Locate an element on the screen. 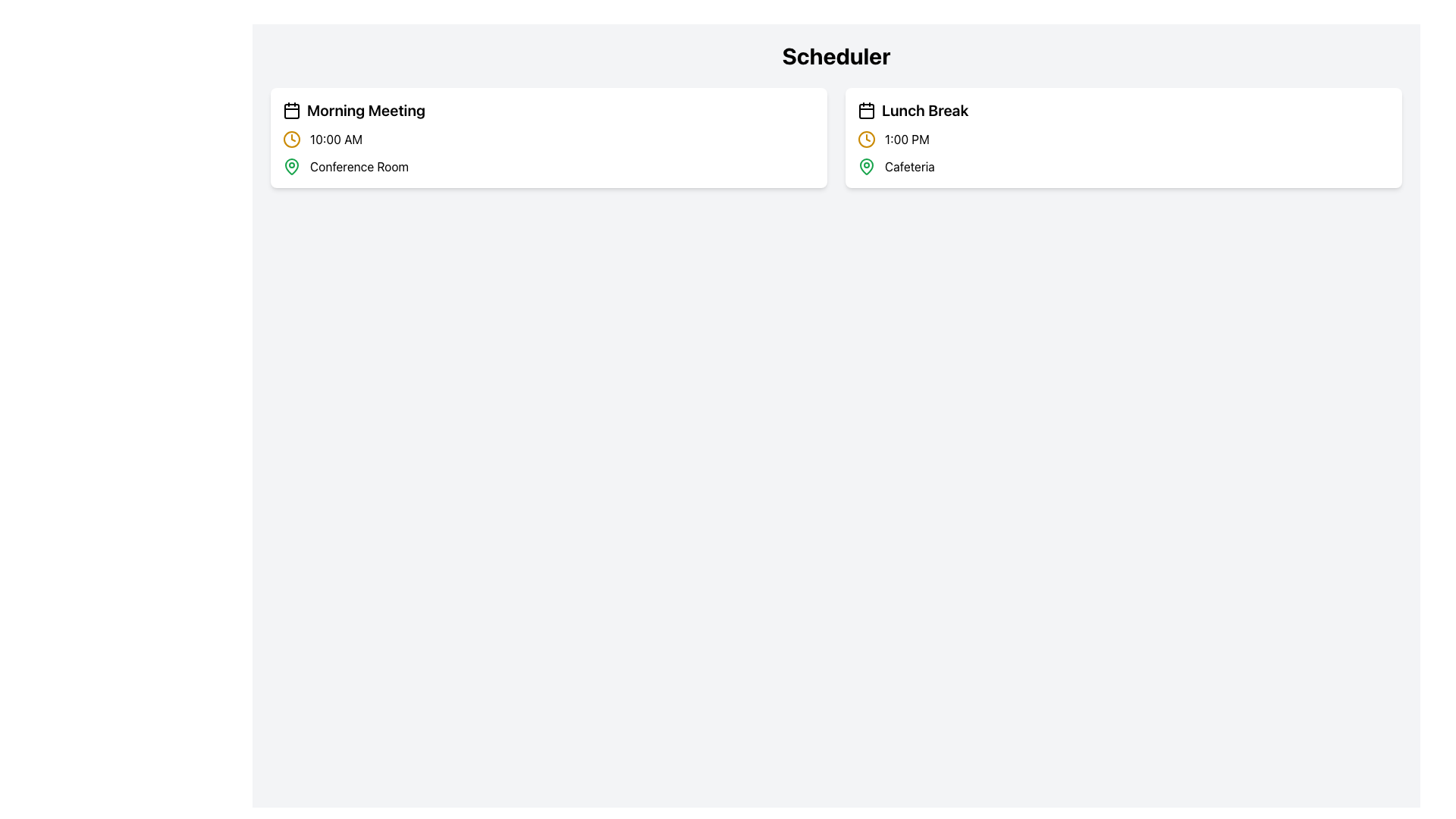 The image size is (1456, 819). the text label displaying 'Cafeteria', which is positioned to the right of a green location pin icon within the 'Lunch Break' schedule section is located at coordinates (909, 166).